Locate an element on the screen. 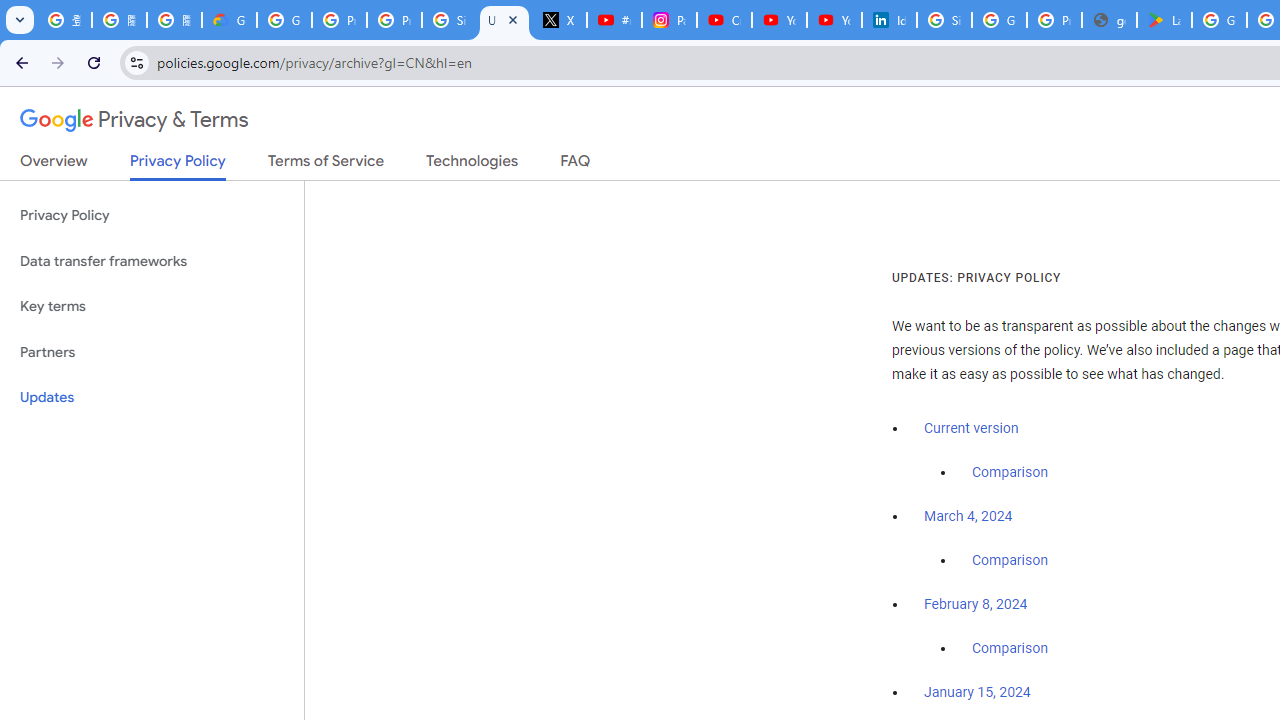 The width and height of the screenshot is (1280, 720). 'January 15, 2024' is located at coordinates (977, 692).